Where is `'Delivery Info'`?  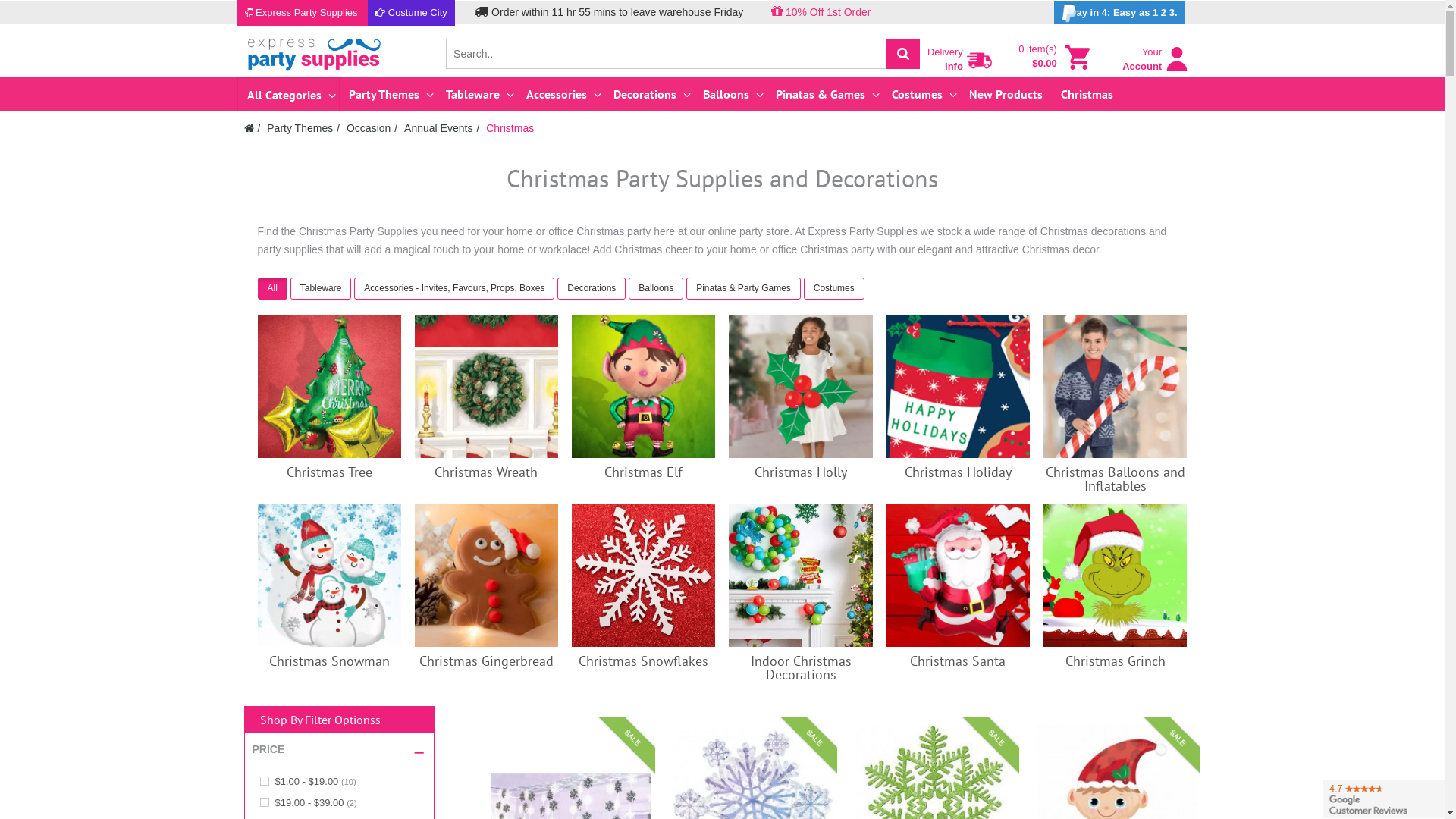 'Delivery Info' is located at coordinates (979, 60).